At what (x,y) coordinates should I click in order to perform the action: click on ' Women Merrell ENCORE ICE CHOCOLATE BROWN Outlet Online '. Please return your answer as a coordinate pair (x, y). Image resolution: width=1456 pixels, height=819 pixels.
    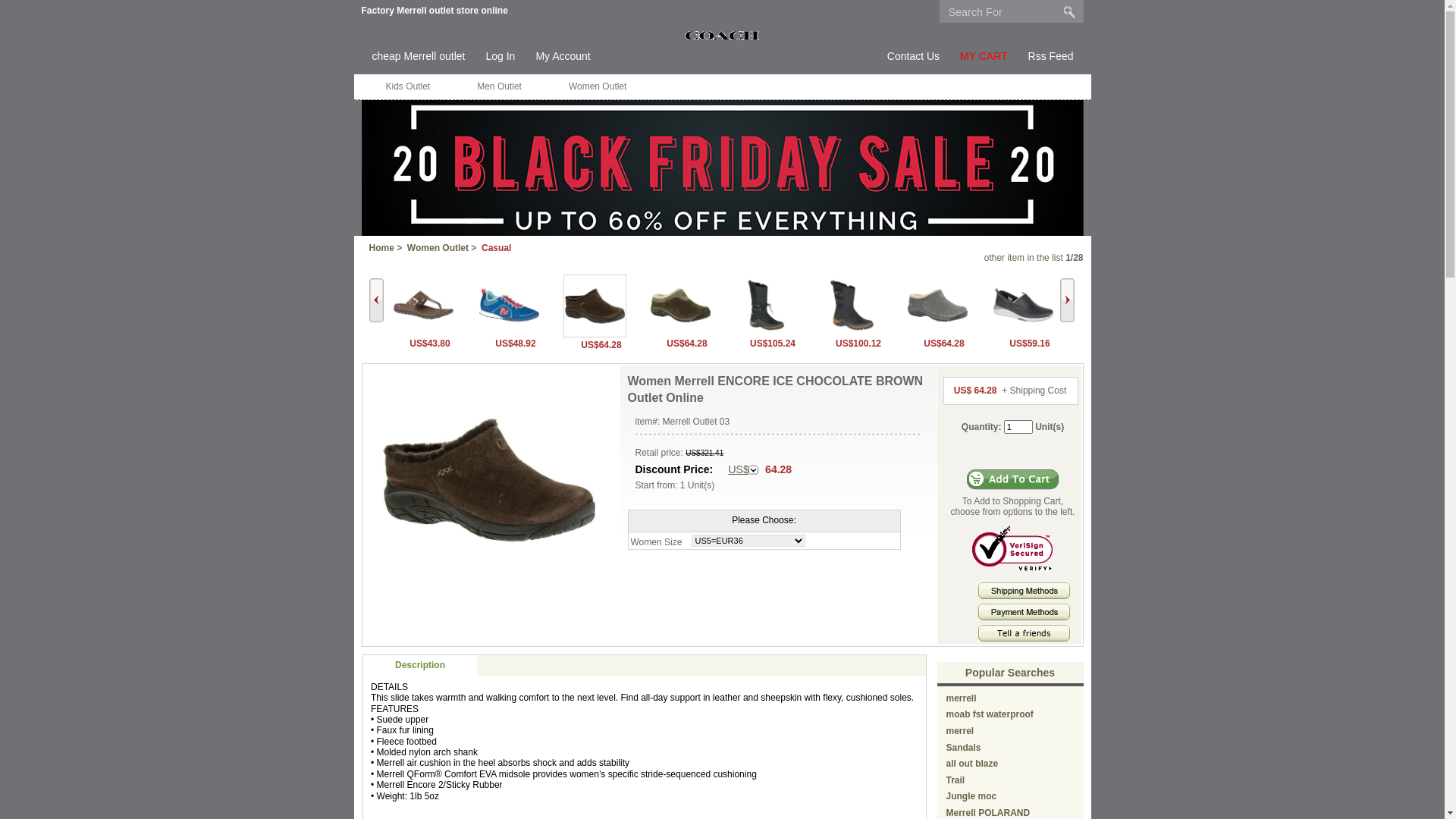
    Looking at the image, I should click on (488, 479).